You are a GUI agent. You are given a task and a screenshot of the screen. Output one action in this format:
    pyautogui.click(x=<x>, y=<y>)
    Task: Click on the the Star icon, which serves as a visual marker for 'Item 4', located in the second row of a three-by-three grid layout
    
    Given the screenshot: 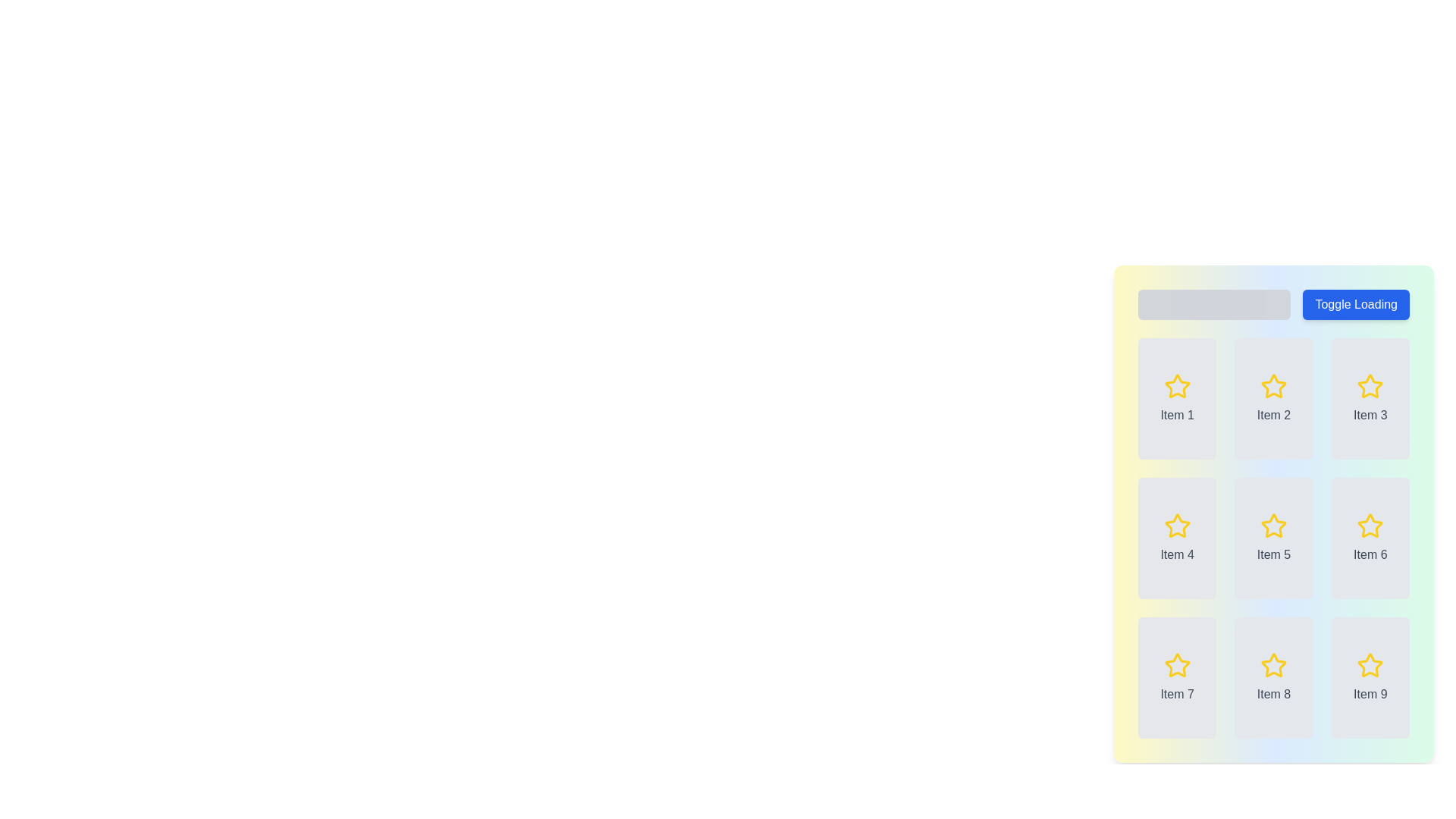 What is the action you would take?
    pyautogui.click(x=1176, y=526)
    